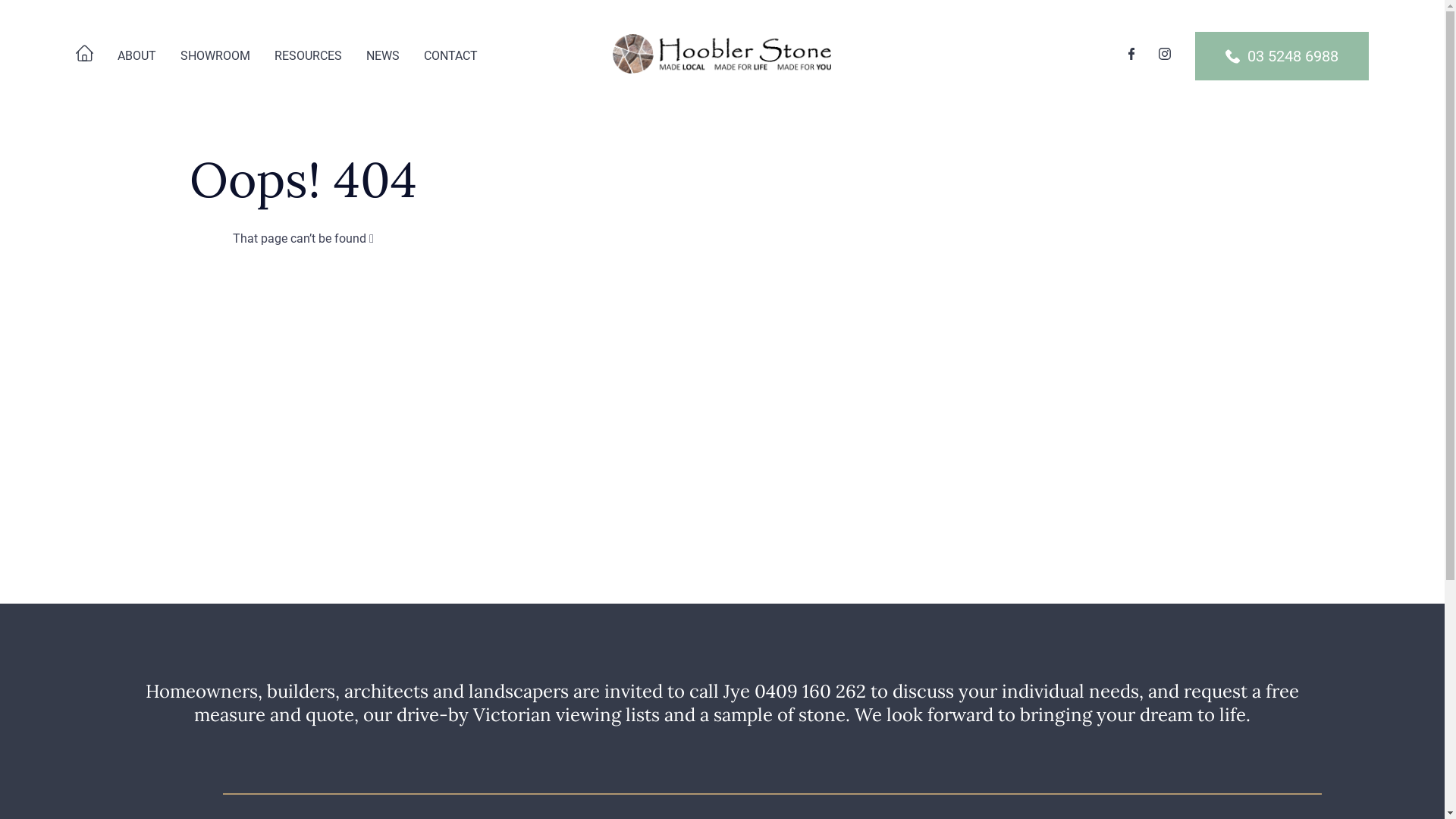 Image resolution: width=1456 pixels, height=819 pixels. What do you see at coordinates (307, 55) in the screenshot?
I see `'RESOURCES'` at bounding box center [307, 55].